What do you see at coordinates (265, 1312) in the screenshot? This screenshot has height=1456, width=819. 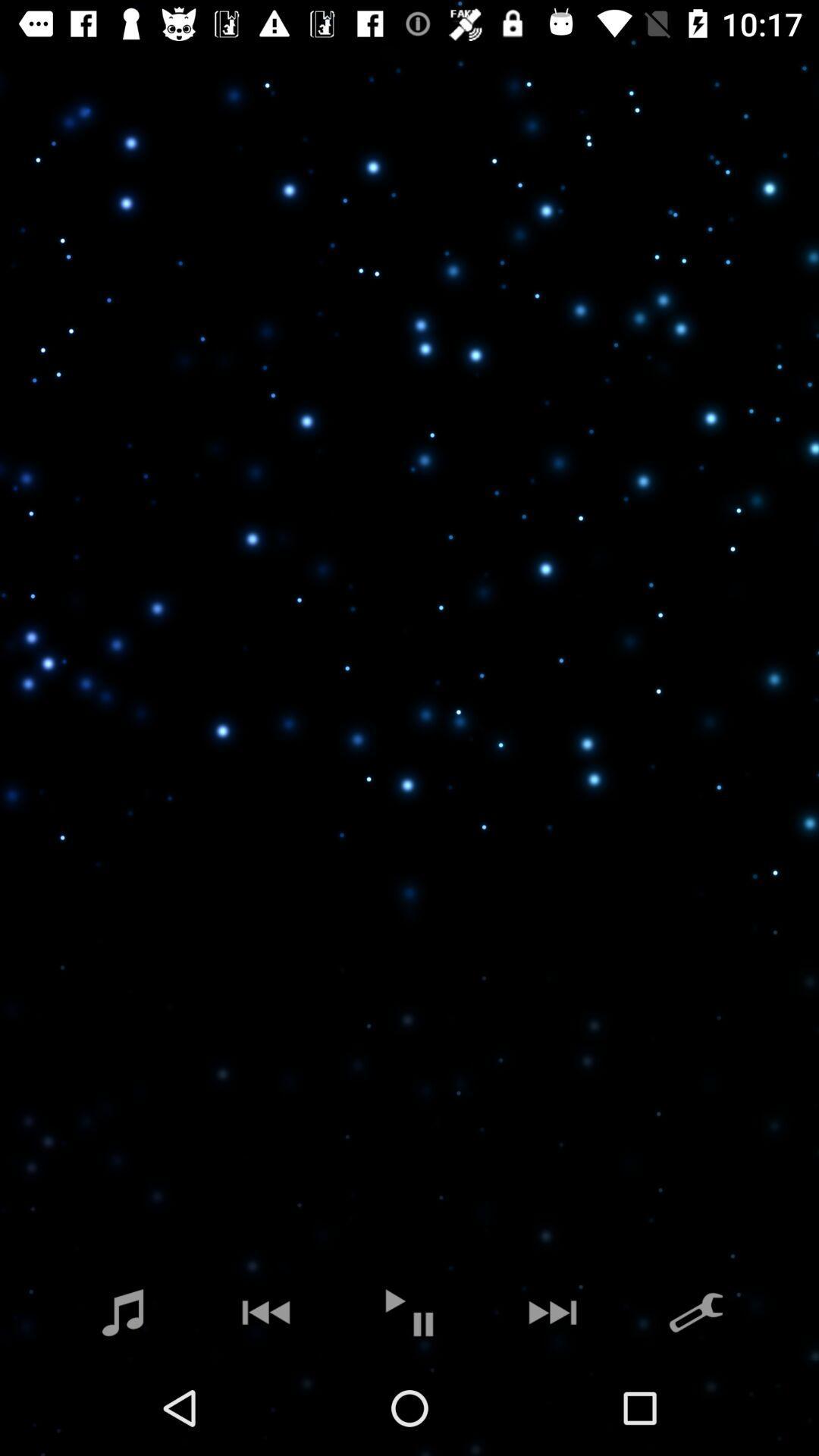 I see `the av_rewind icon` at bounding box center [265, 1312].